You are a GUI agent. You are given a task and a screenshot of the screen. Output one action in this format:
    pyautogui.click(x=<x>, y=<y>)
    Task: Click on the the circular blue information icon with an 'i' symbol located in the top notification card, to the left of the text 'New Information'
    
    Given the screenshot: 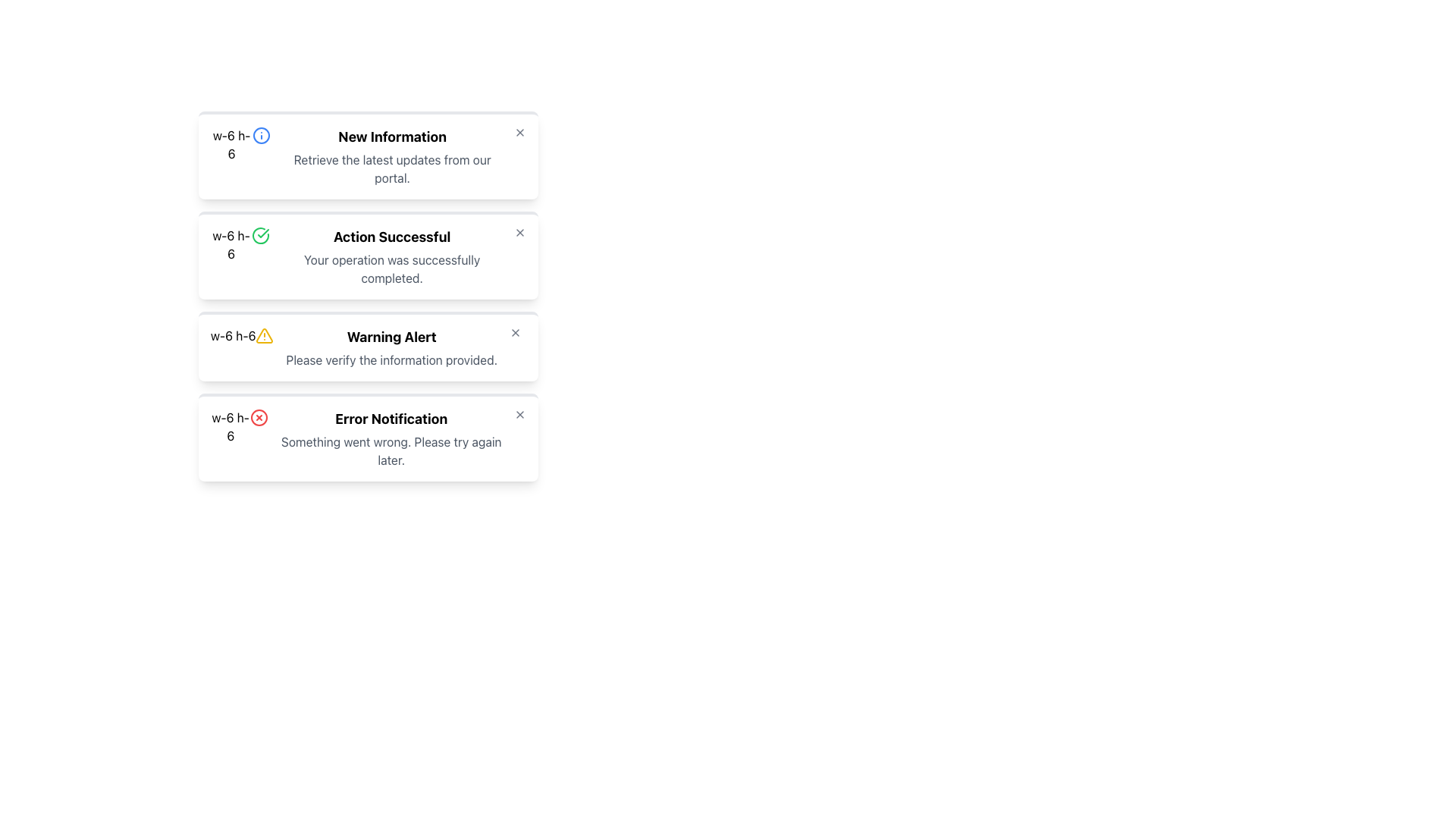 What is the action you would take?
    pyautogui.click(x=262, y=134)
    